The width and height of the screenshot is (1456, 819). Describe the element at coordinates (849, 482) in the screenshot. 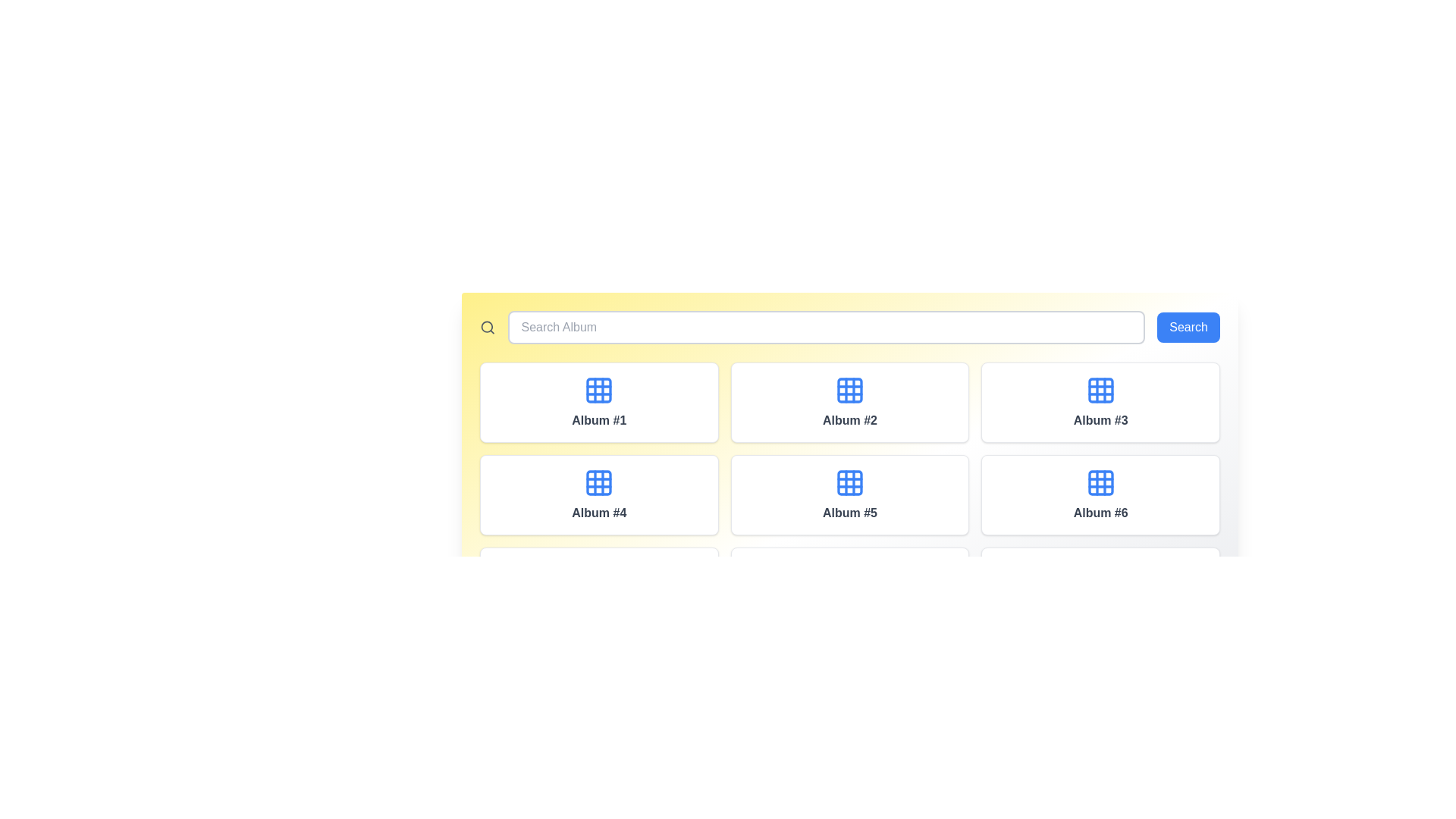

I see `the blue 3x3 grid icon located above the 'Album #5' title in the second row and third column of the albums grid` at that location.